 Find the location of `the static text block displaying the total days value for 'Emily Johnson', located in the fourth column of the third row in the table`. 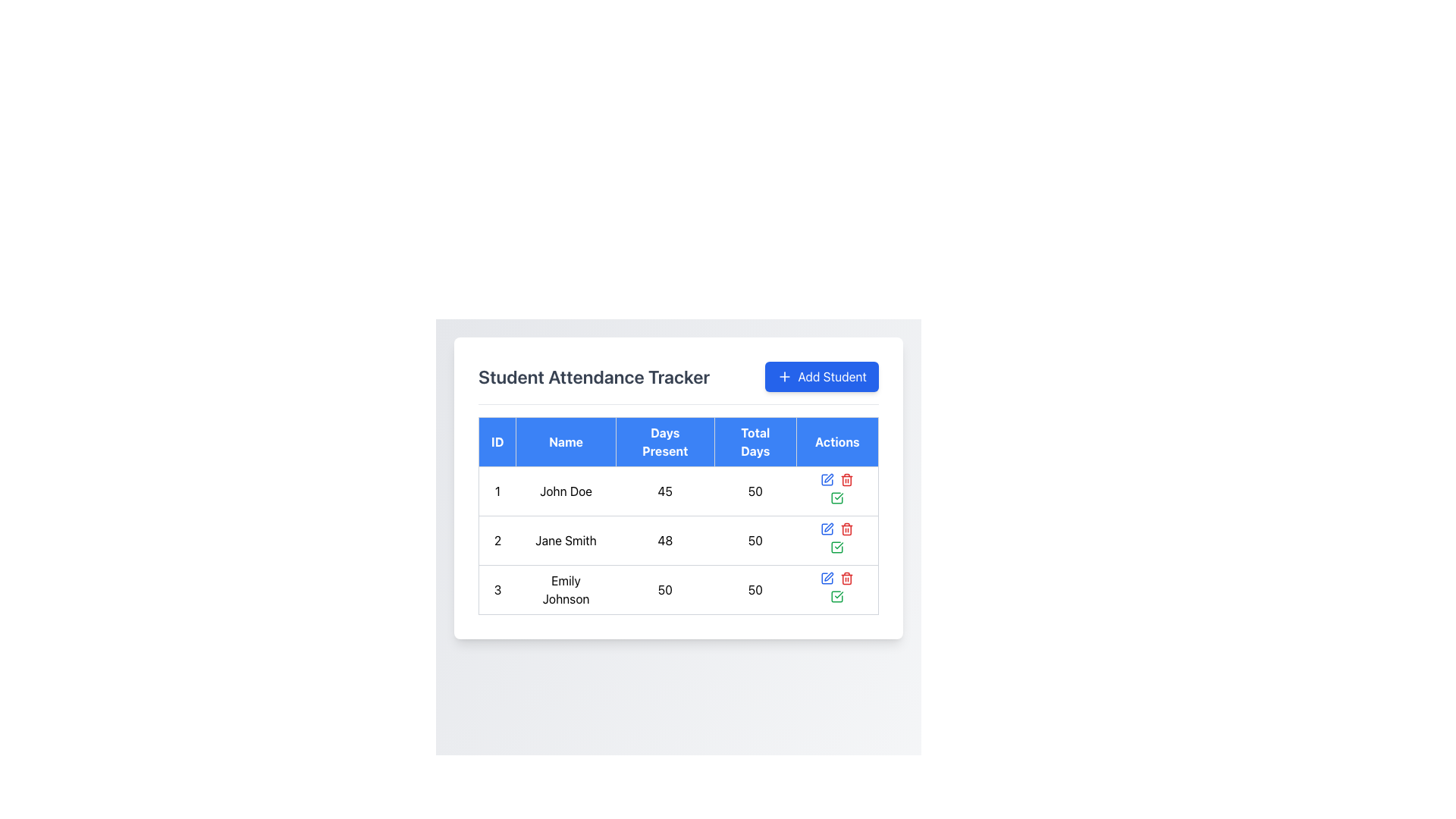

the static text block displaying the total days value for 'Emily Johnson', located in the fourth column of the third row in the table is located at coordinates (755, 589).